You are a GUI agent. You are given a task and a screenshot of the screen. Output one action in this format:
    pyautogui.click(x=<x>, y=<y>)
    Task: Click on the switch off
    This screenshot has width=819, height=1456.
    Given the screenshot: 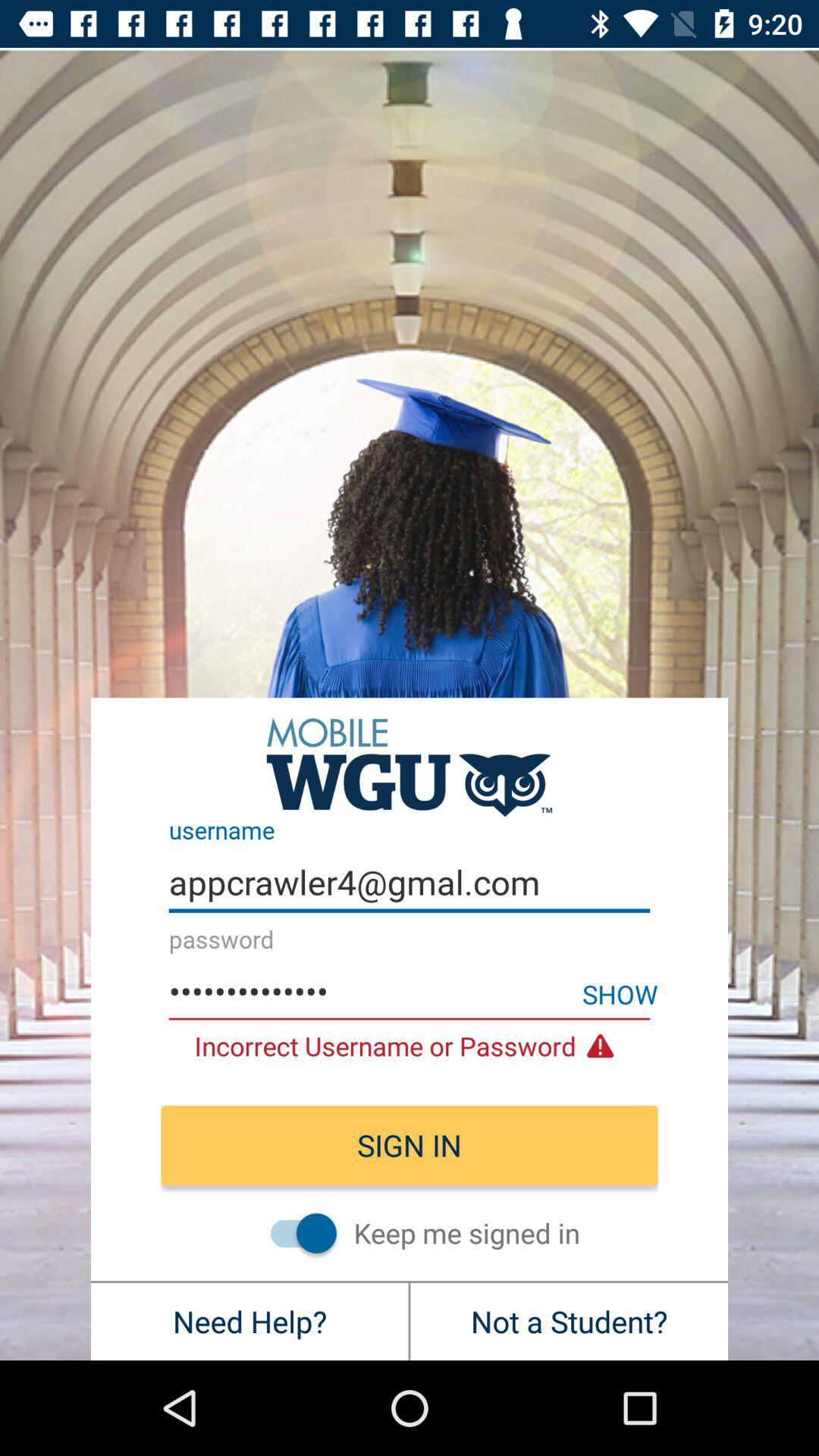 What is the action you would take?
    pyautogui.click(x=296, y=1233)
    